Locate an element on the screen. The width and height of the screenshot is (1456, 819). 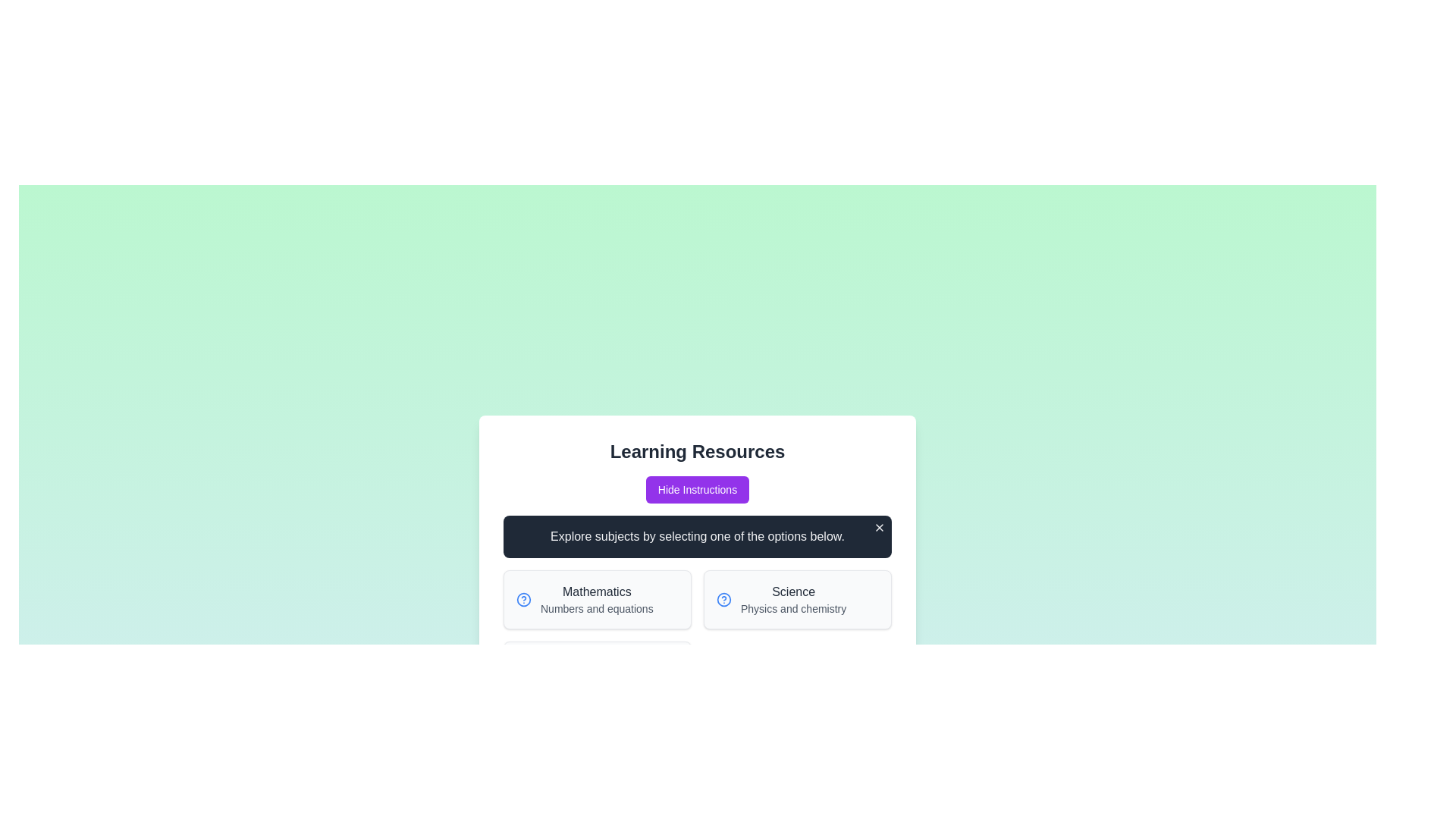
the rectangular button labeled 'Science' with a blue question mark icon is located at coordinates (796, 598).